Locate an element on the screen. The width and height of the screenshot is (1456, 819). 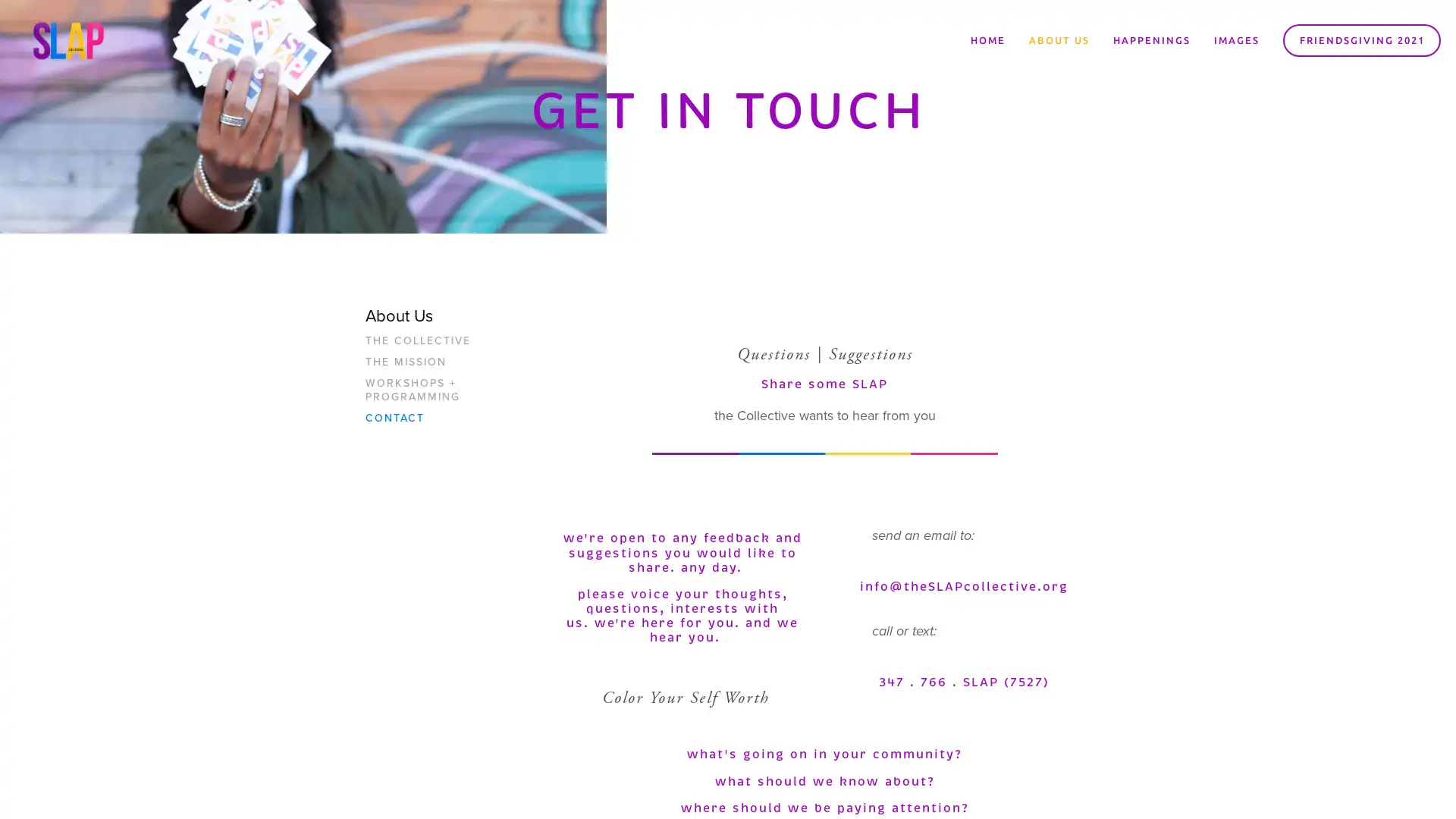
Close is located at coordinates (952, 235).